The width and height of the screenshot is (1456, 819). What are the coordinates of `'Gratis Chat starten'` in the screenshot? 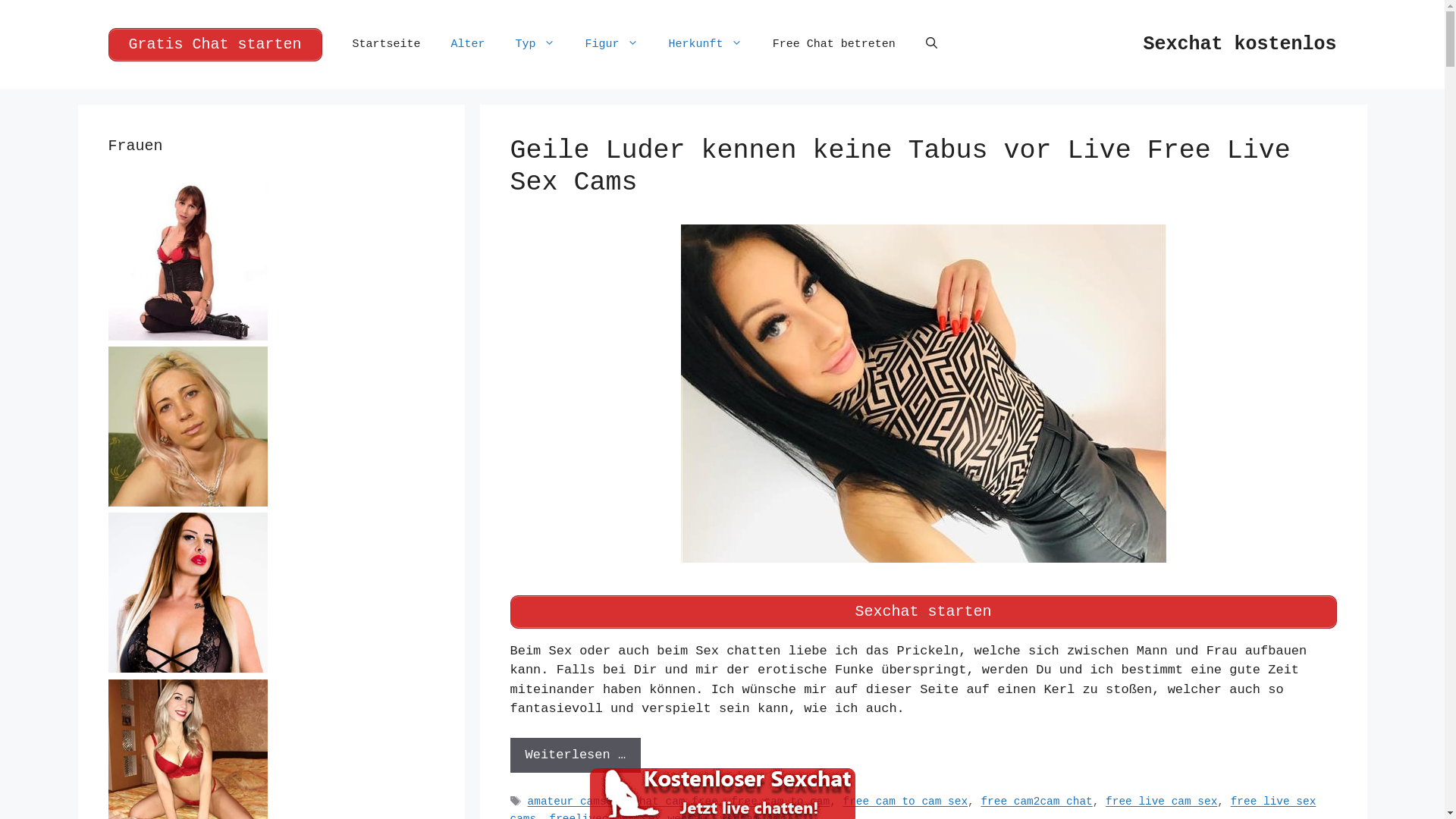 It's located at (107, 43).